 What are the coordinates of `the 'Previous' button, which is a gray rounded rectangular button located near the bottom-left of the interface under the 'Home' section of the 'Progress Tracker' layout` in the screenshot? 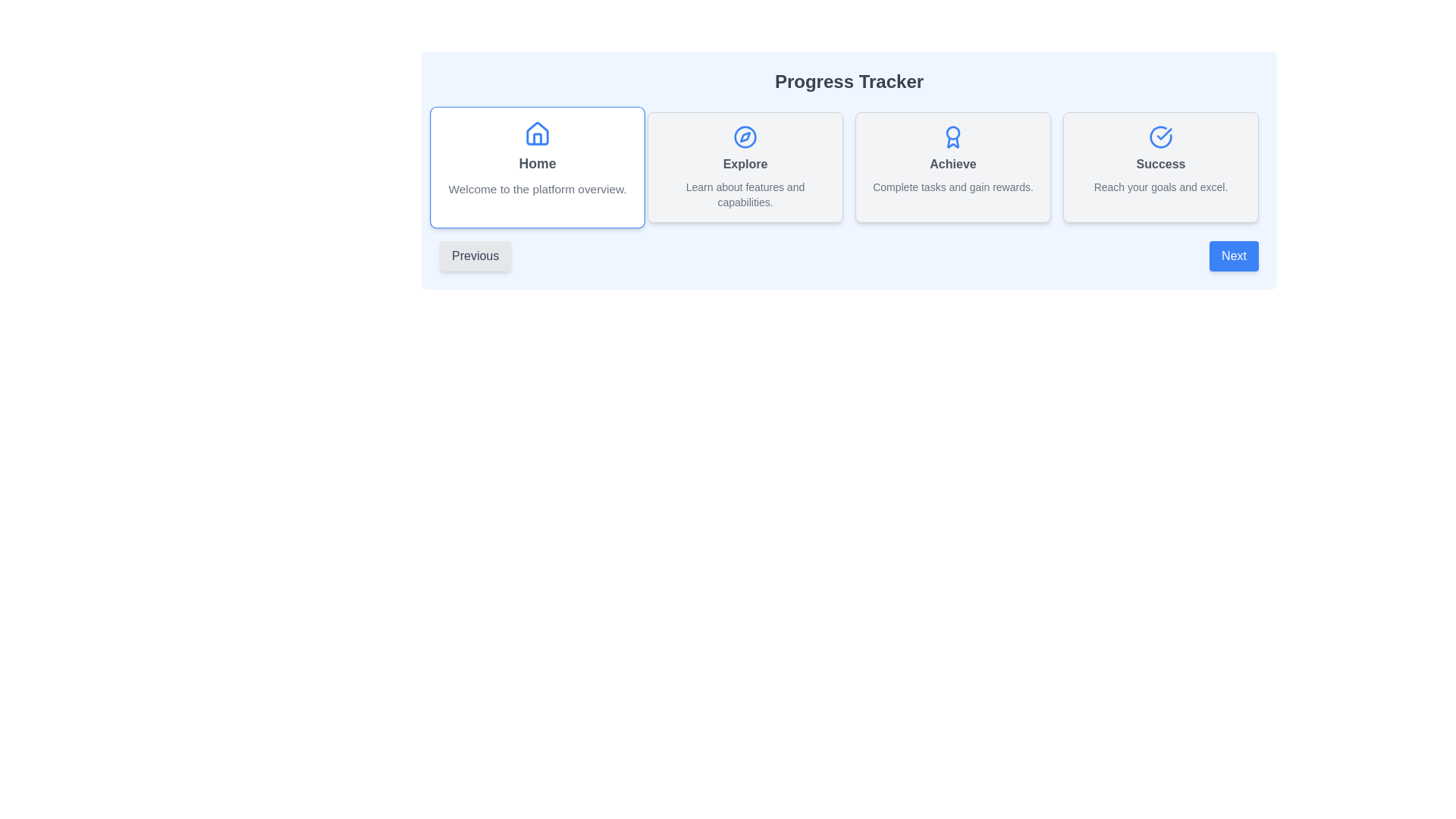 It's located at (475, 256).